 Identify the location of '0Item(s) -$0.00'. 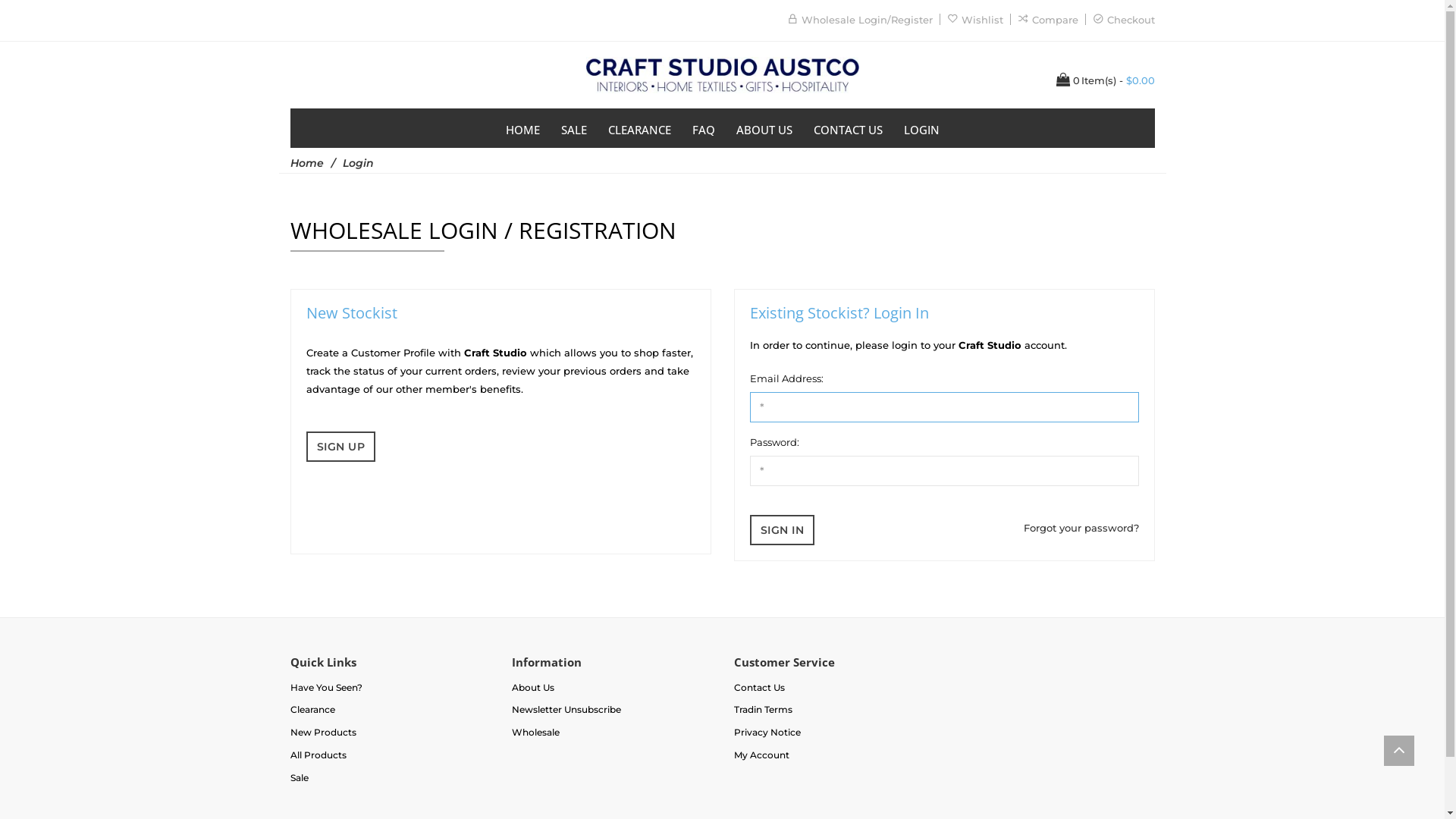
(1105, 80).